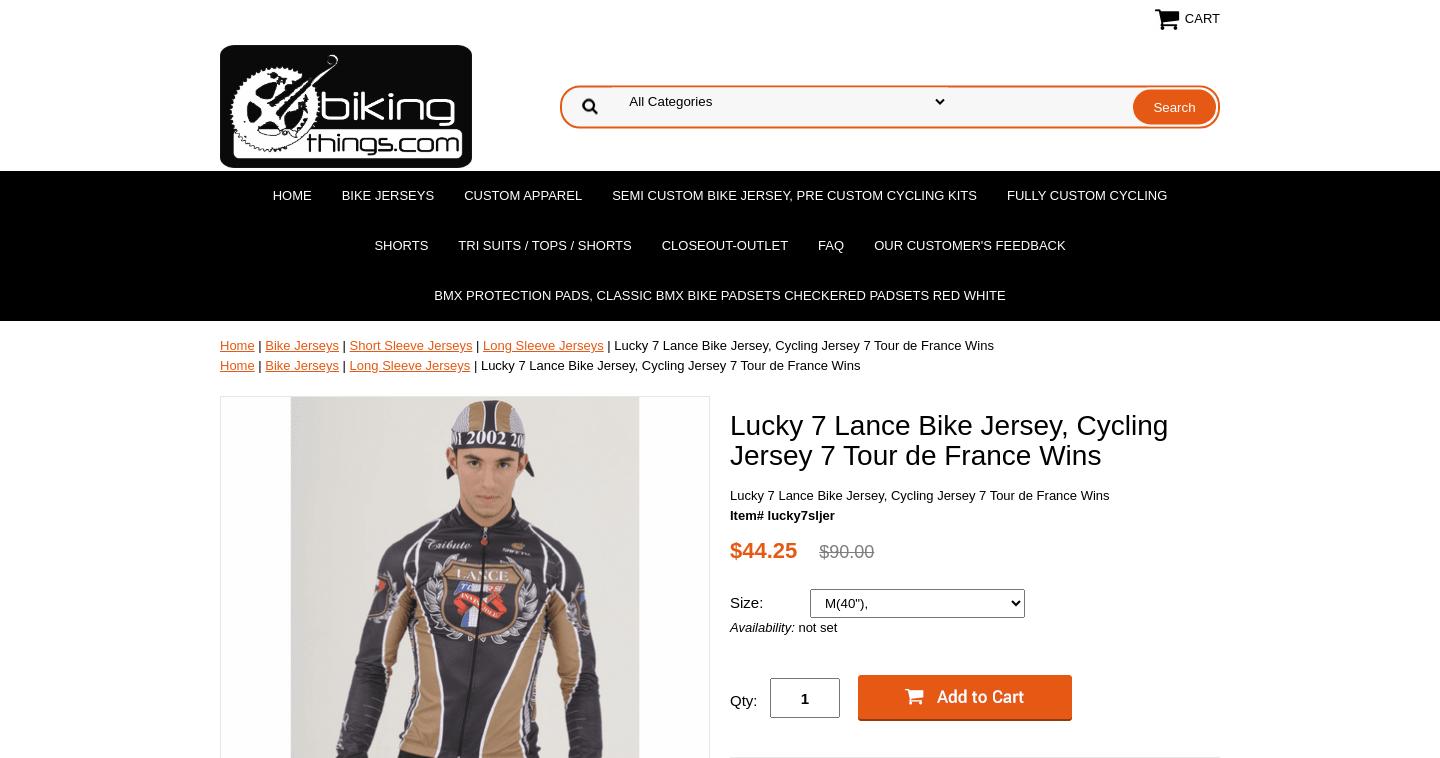  What do you see at coordinates (762, 549) in the screenshot?
I see `'$44.25'` at bounding box center [762, 549].